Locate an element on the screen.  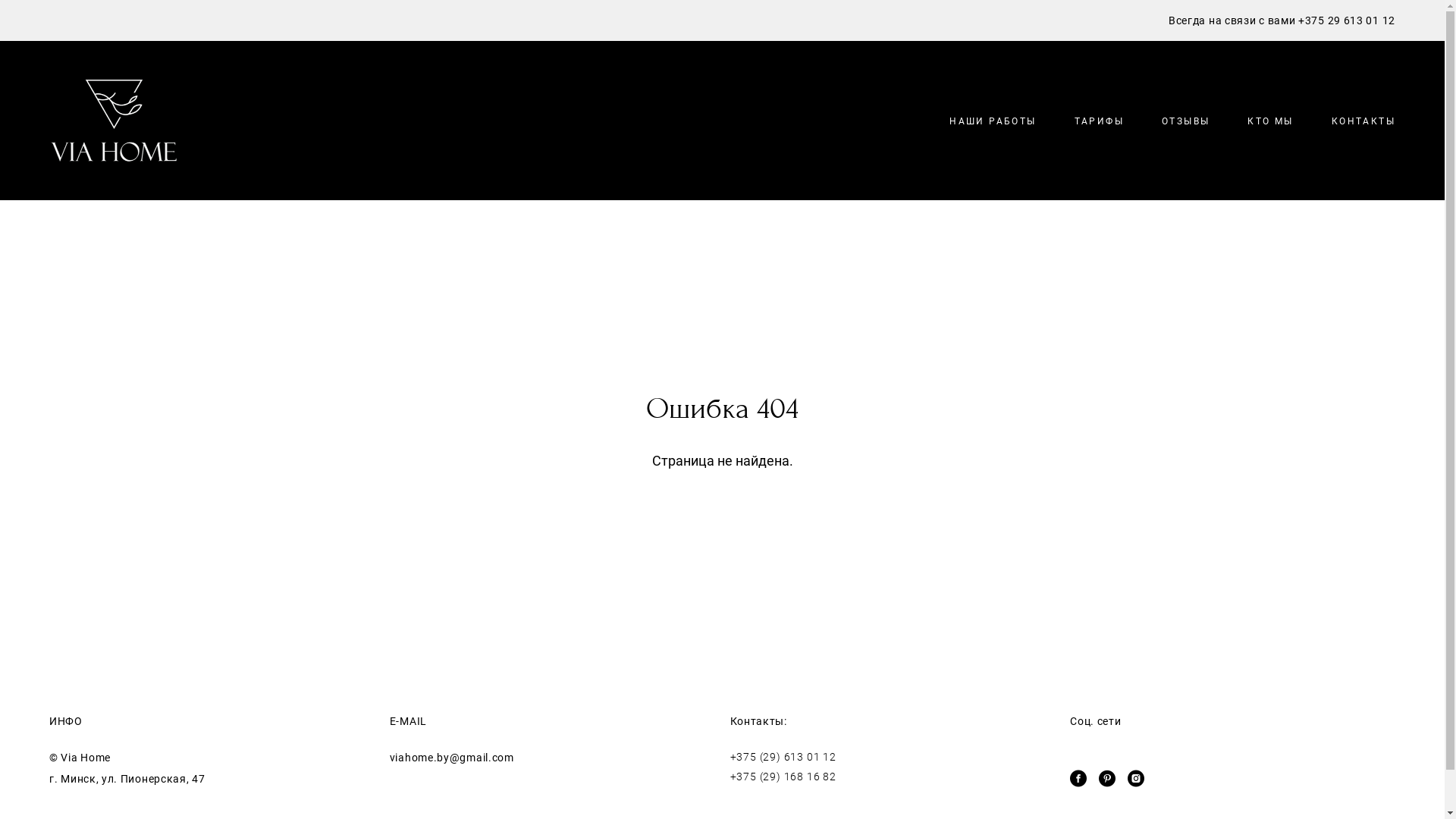
'+375 29 613 01 ' is located at coordinates (1340, 20).